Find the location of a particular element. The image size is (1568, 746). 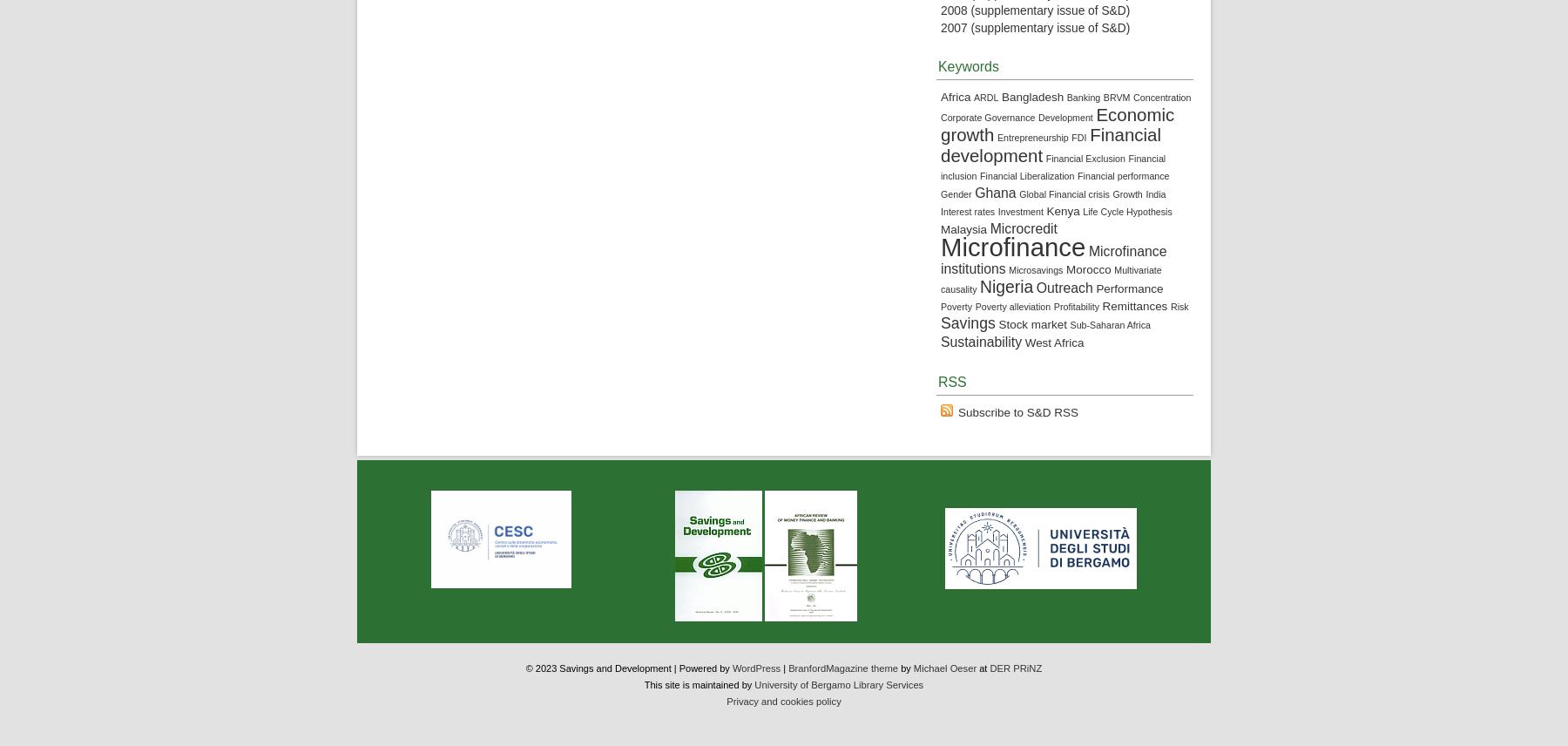

'Financial performance' is located at coordinates (1076, 173).